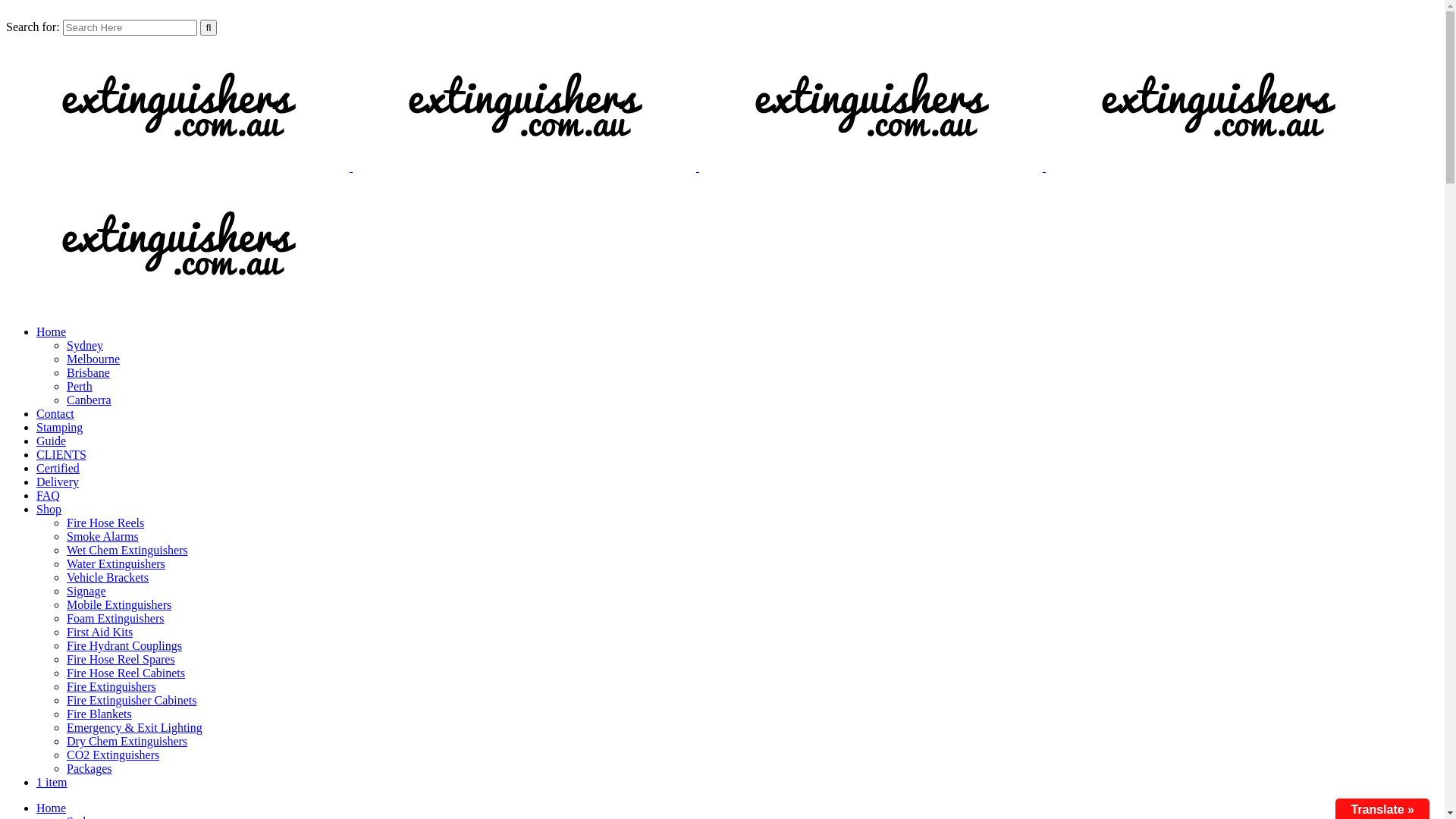 This screenshot has height=819, width=1456. Describe the element at coordinates (55, 413) in the screenshot. I see `'Contact'` at that location.